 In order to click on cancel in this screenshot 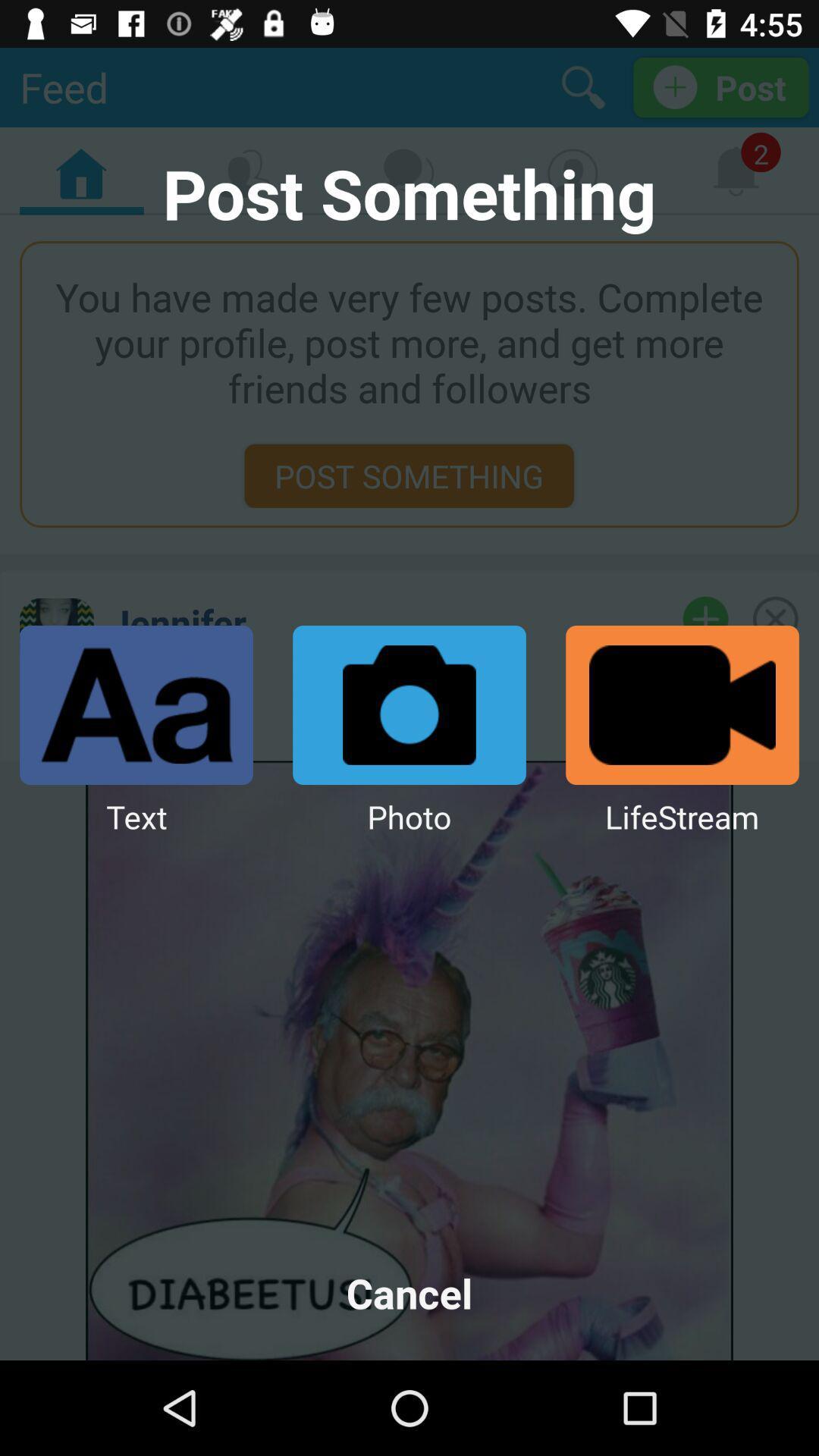, I will do `click(409, 1292)`.